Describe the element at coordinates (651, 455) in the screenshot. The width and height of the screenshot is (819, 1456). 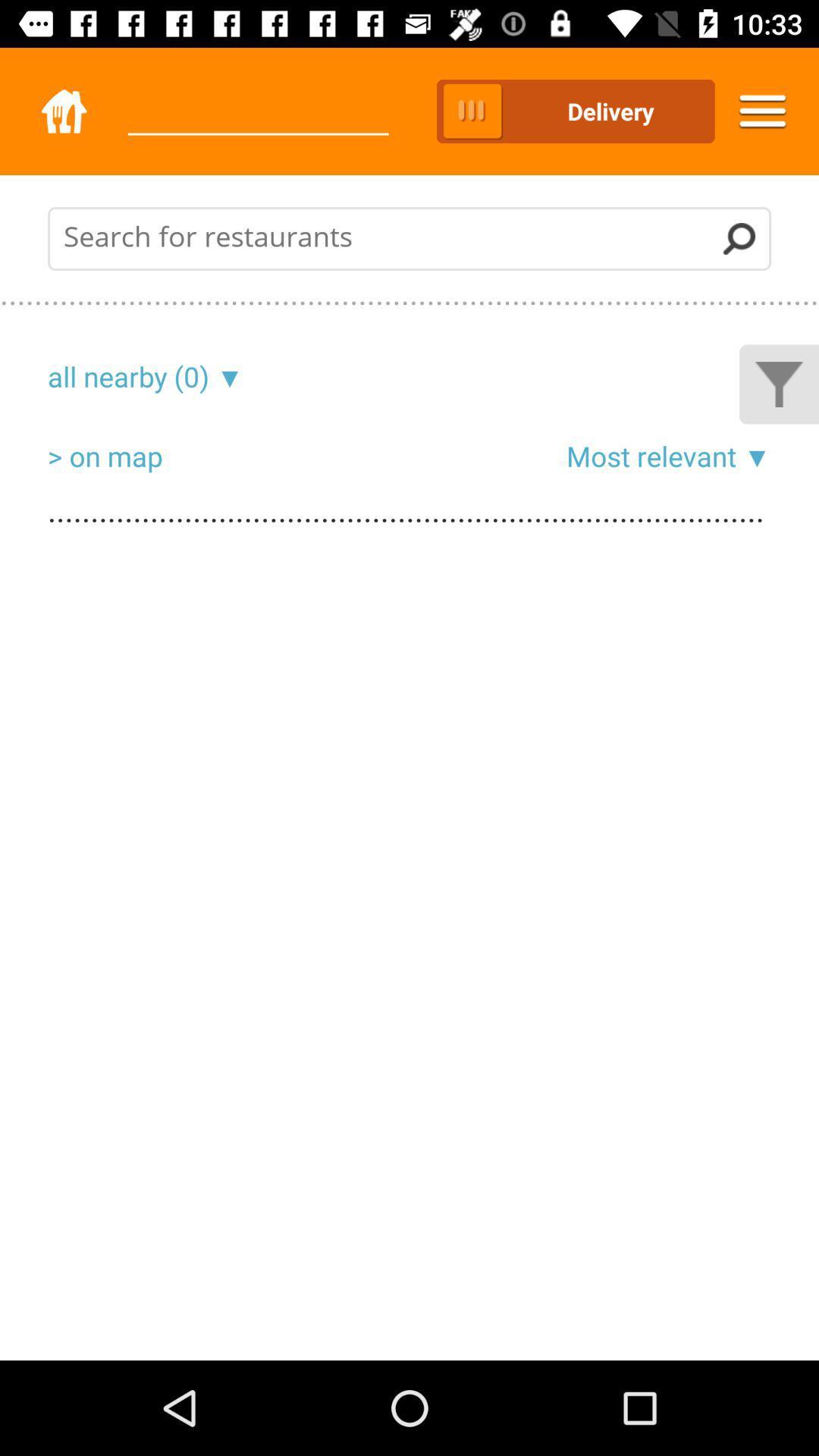
I see `item above .................................................................................................................................................................................................................................................................................................................................................................................................................................................................................................... icon` at that location.